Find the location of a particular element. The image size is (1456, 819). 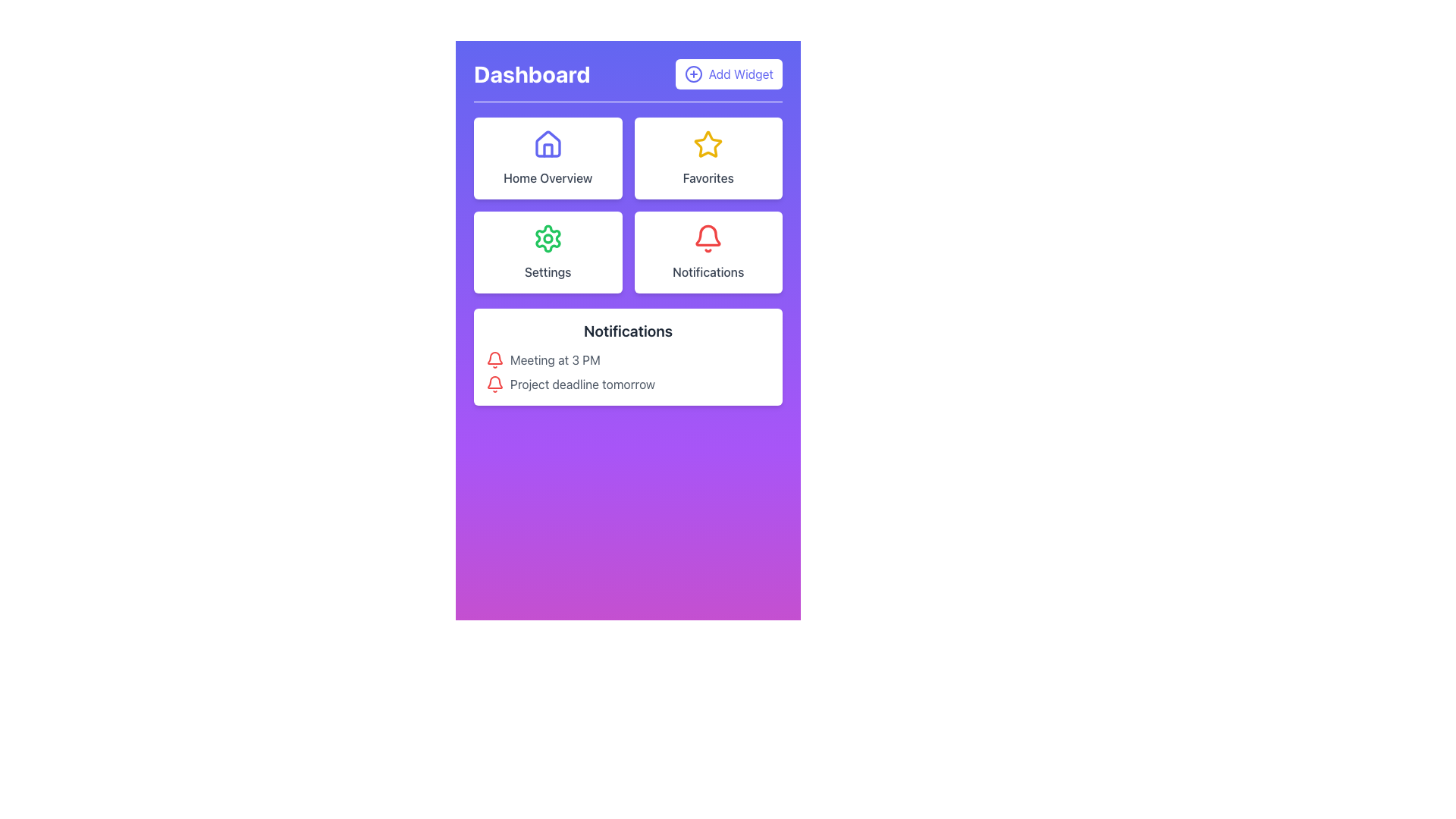

the upper part of the notification bell icon located within the 'Notifications' card on the dashboard is located at coordinates (708, 235).